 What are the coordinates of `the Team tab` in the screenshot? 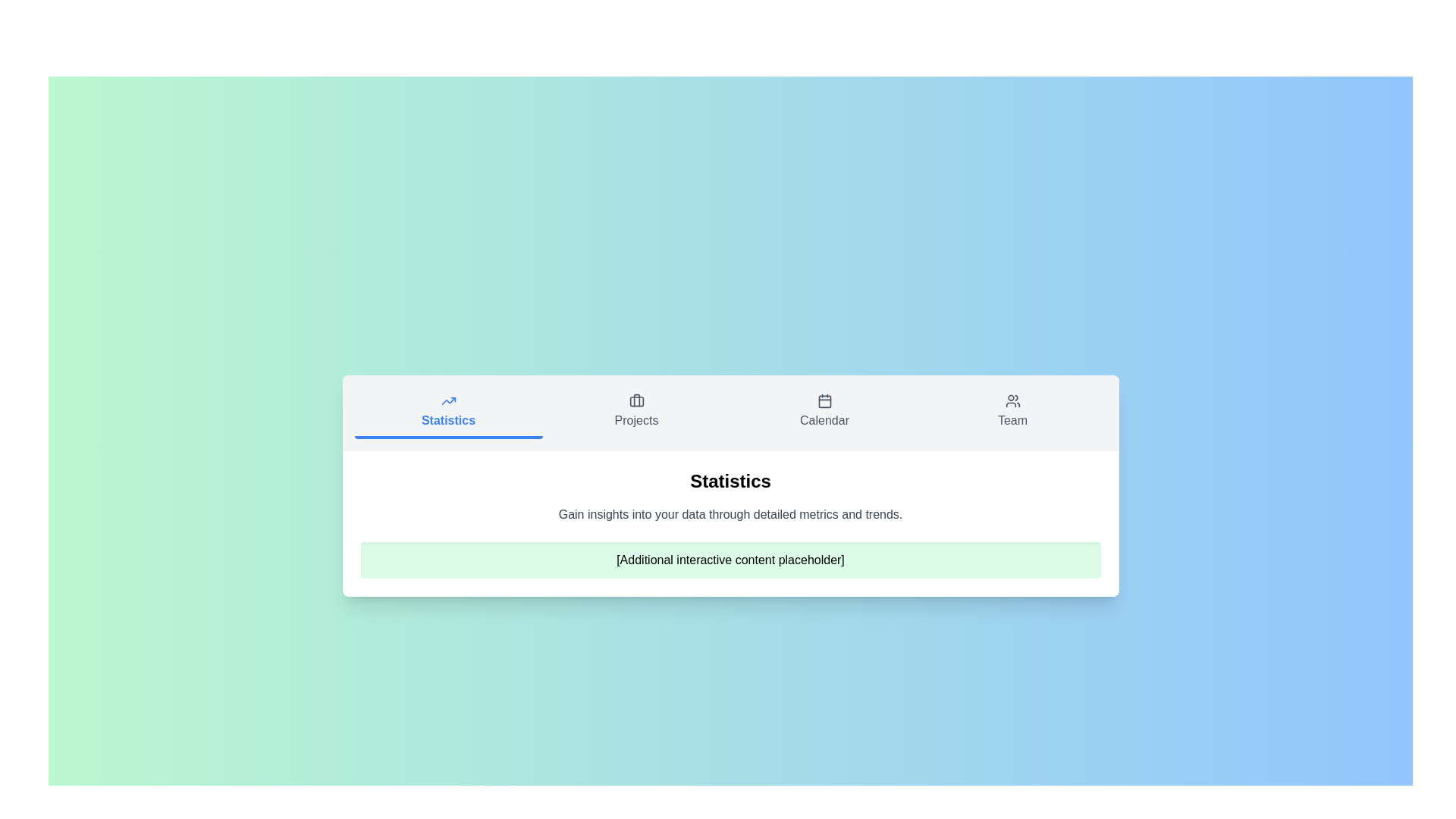 It's located at (1012, 413).